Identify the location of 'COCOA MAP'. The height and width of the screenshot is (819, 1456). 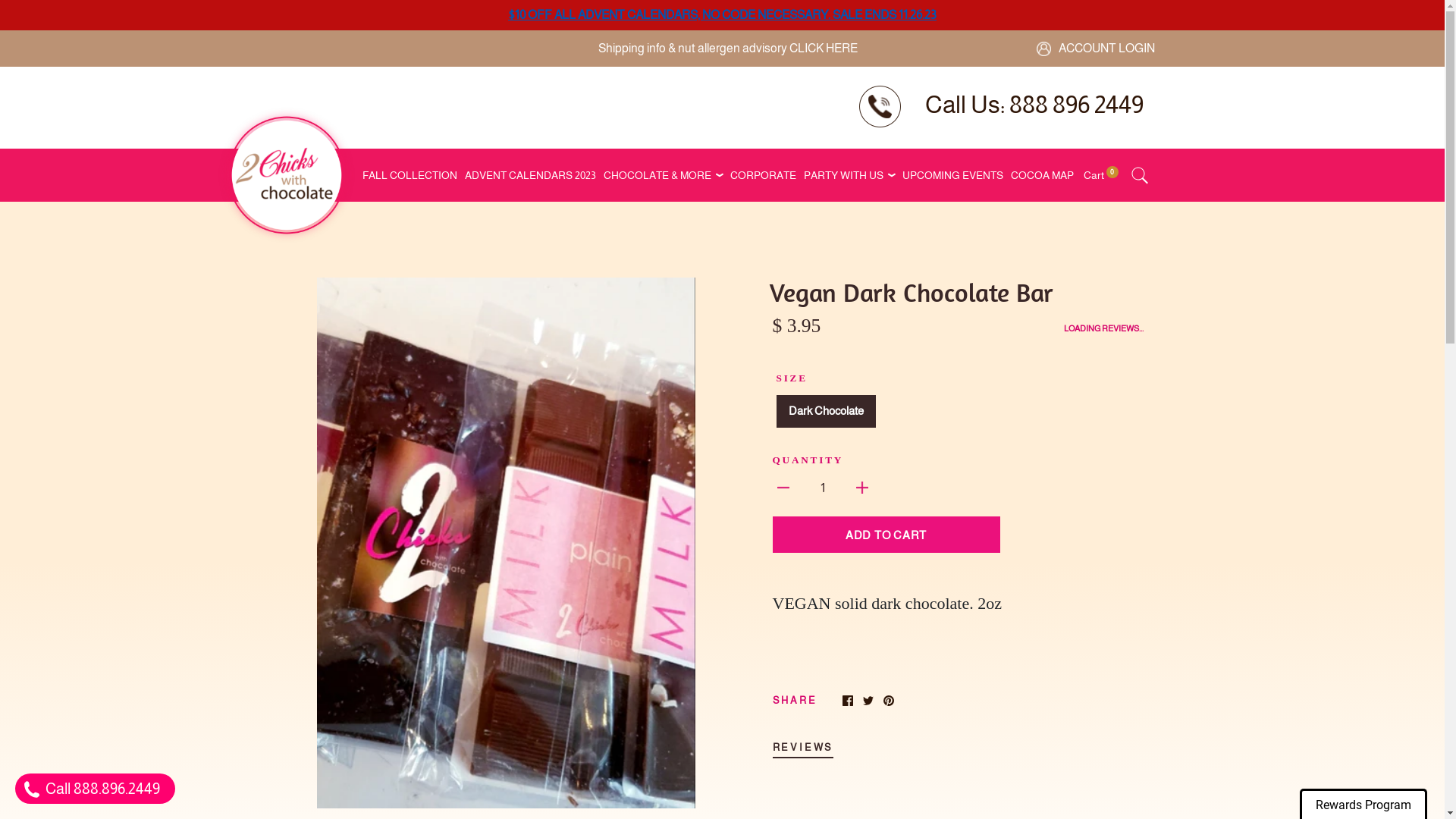
(1007, 174).